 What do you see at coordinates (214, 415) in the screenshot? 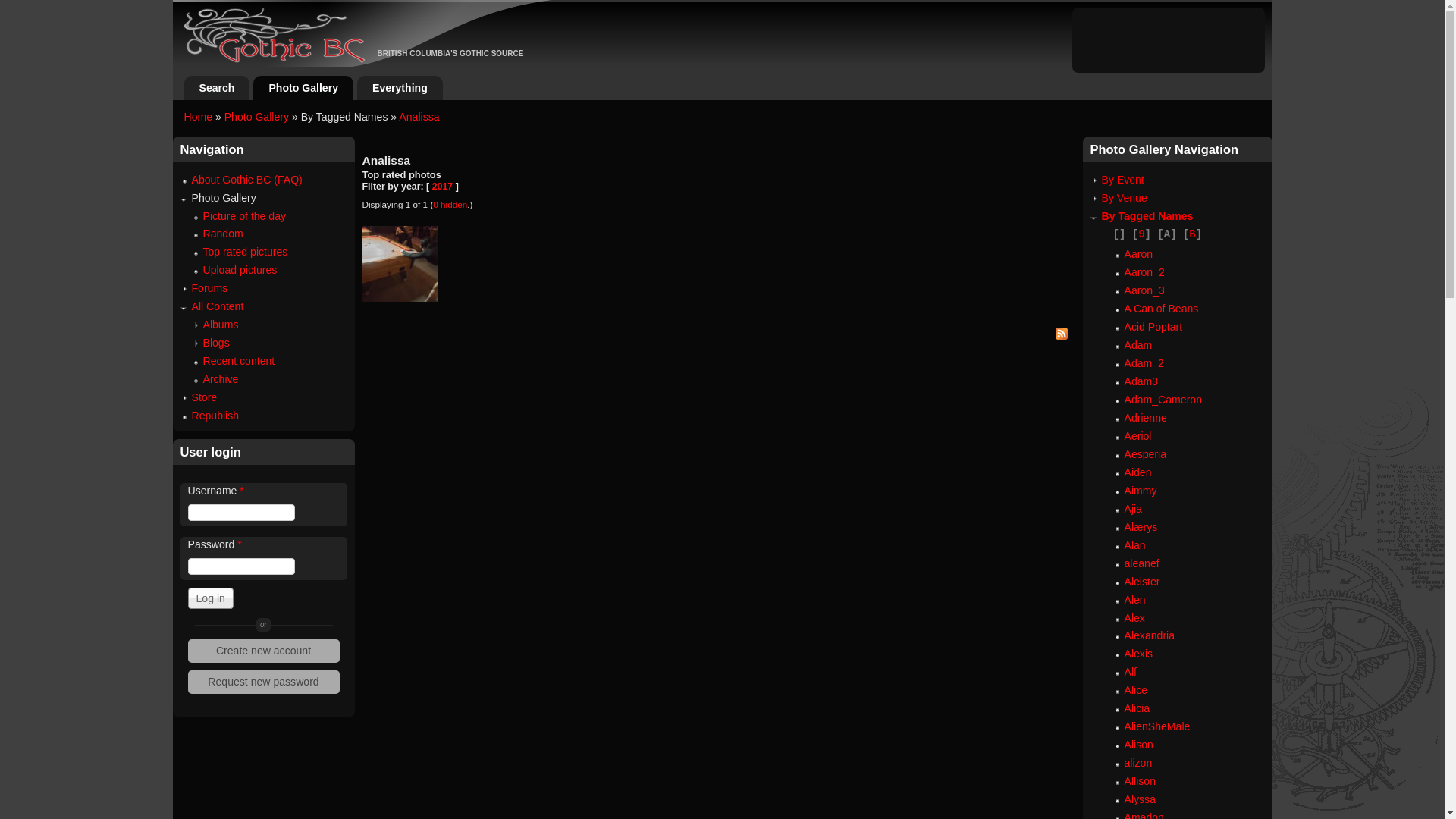
I see `'Republish'` at bounding box center [214, 415].